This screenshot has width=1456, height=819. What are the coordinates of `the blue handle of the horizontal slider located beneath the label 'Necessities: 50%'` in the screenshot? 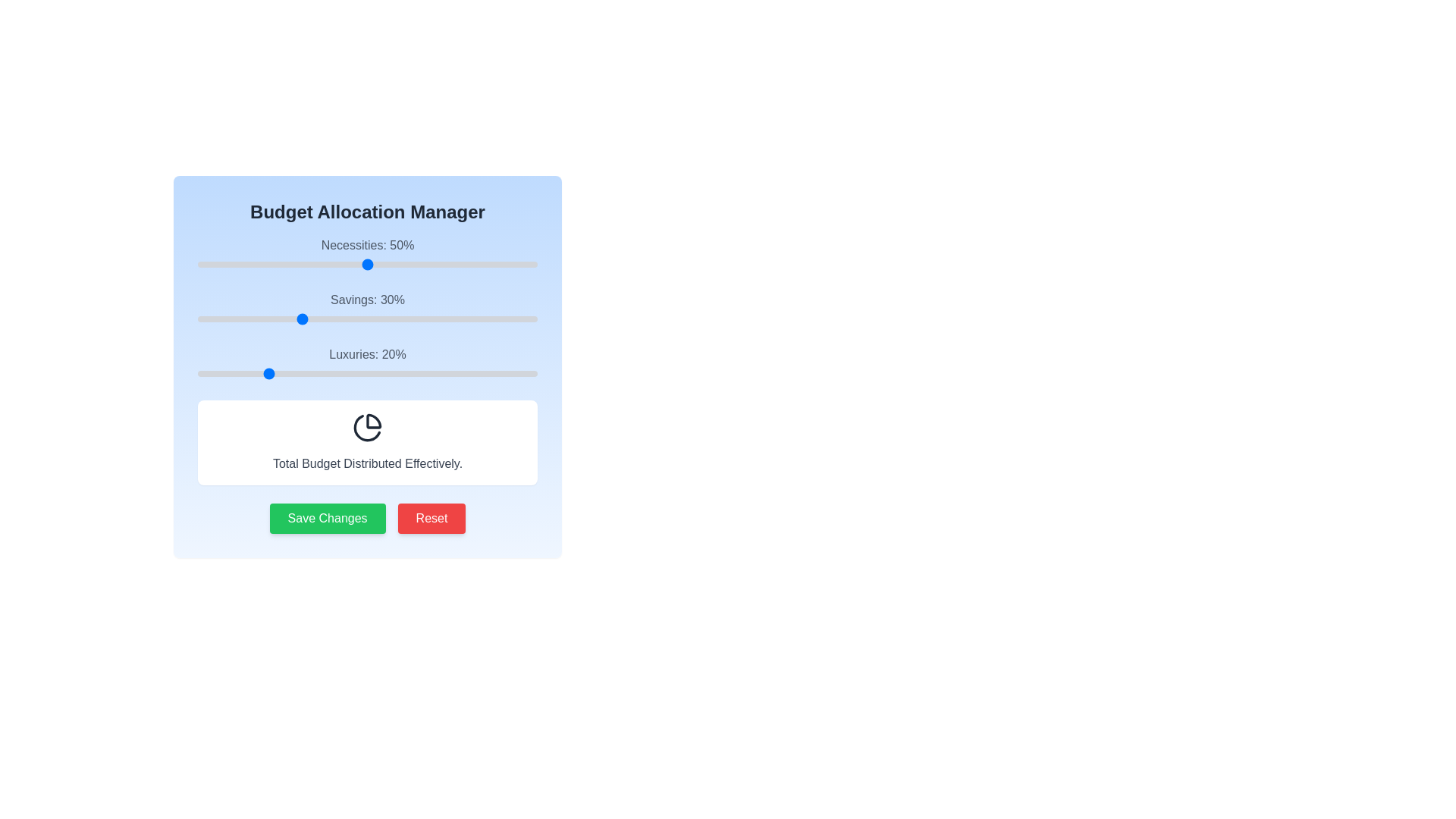 It's located at (367, 263).